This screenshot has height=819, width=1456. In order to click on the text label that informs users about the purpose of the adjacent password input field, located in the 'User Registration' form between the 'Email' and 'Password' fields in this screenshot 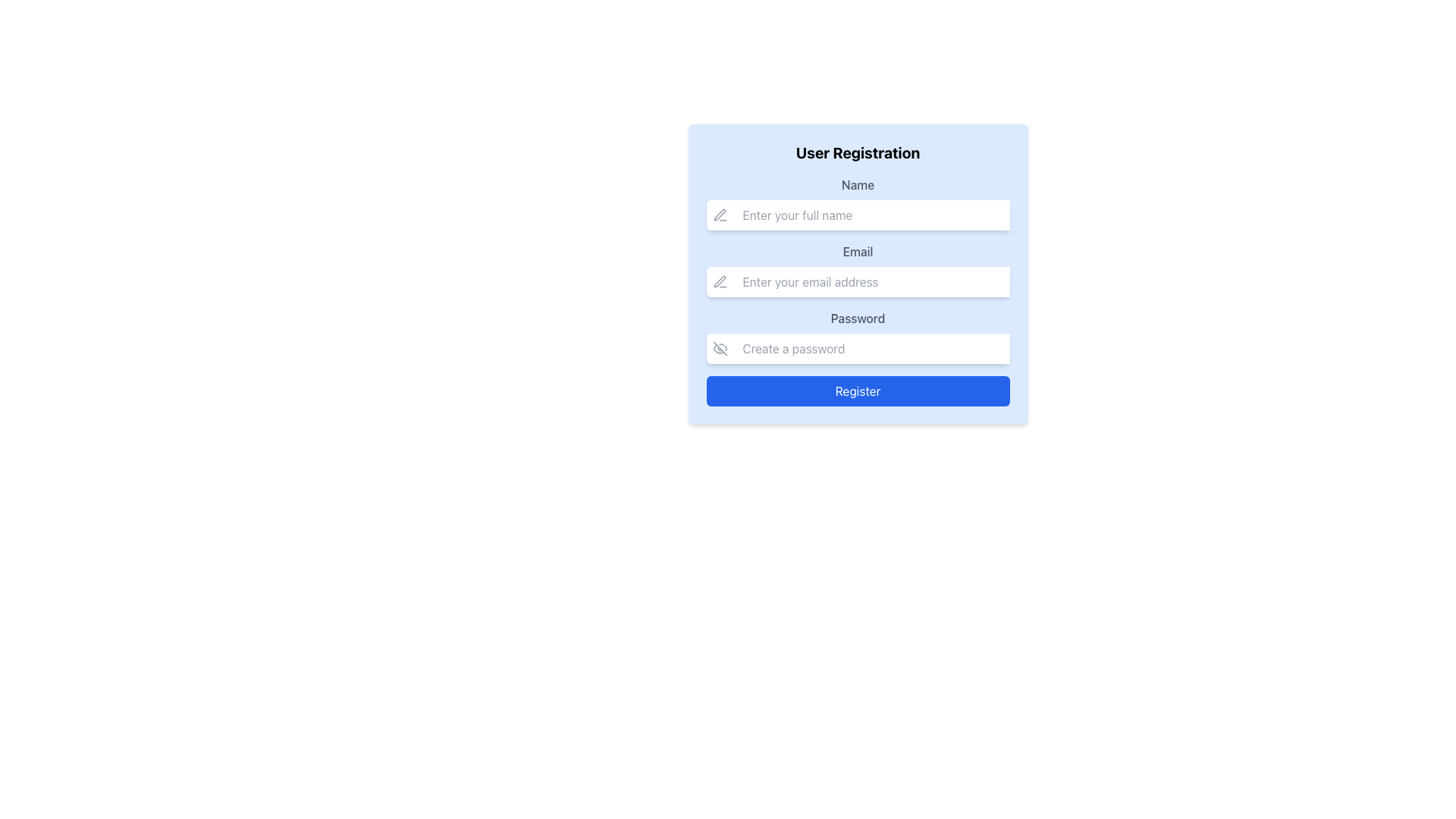, I will do `click(858, 318)`.